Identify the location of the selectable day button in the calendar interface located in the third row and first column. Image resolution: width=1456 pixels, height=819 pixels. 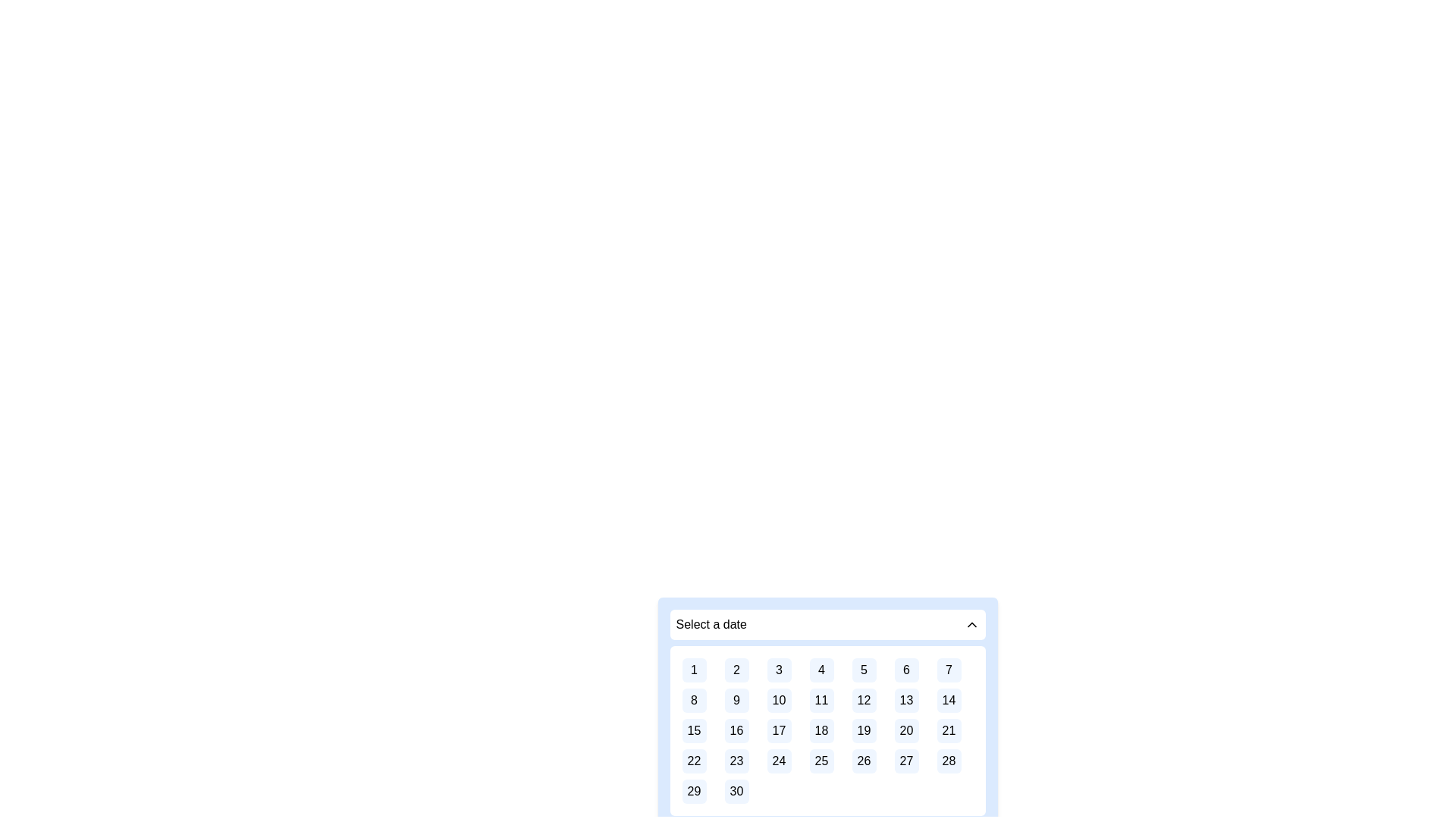
(693, 730).